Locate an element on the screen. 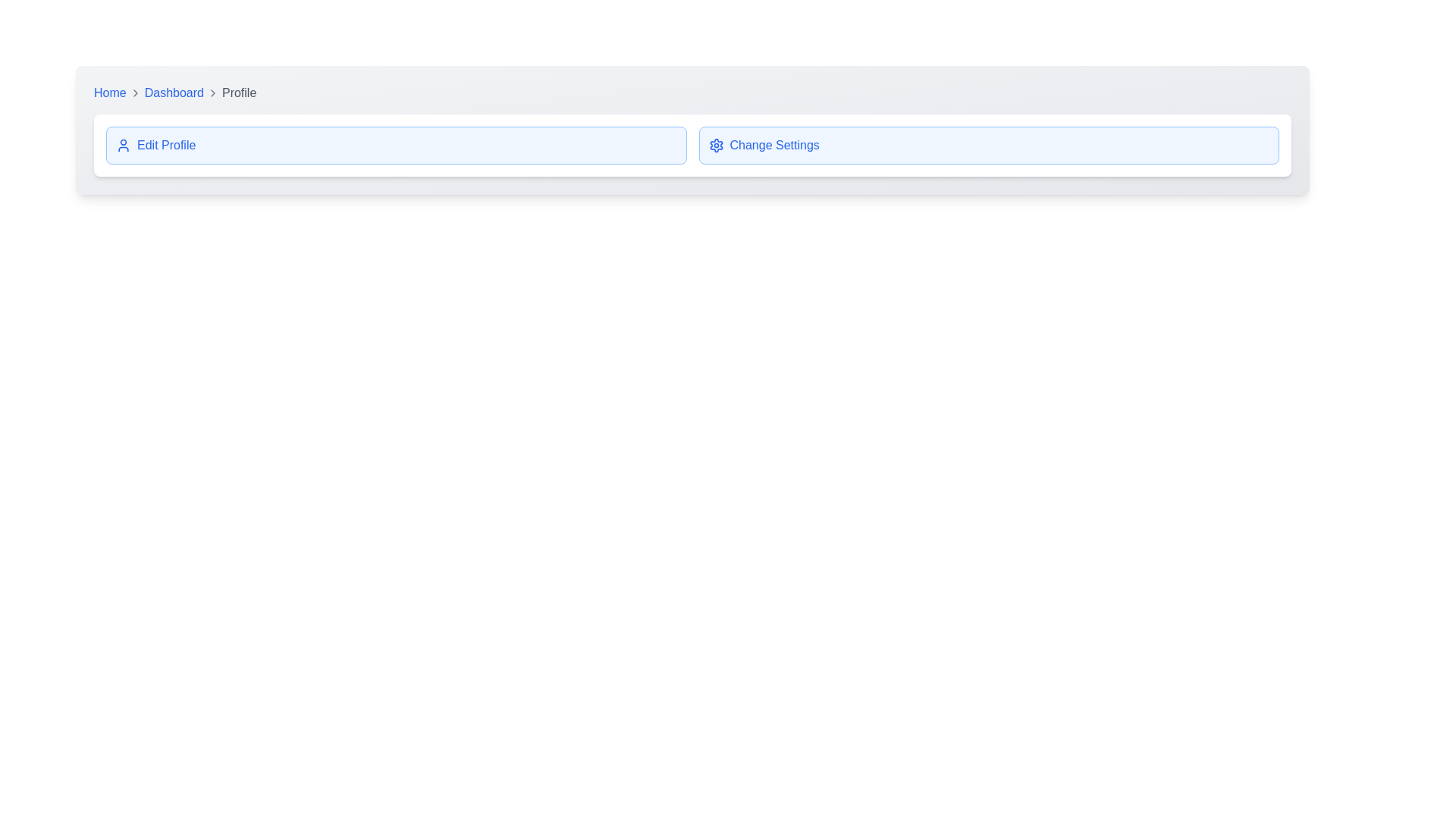 The width and height of the screenshot is (1456, 819). text from the 'Edit Profile' label, which is located inside a rectangular button at the upper left of the interface, next to a small user icon is located at coordinates (166, 146).